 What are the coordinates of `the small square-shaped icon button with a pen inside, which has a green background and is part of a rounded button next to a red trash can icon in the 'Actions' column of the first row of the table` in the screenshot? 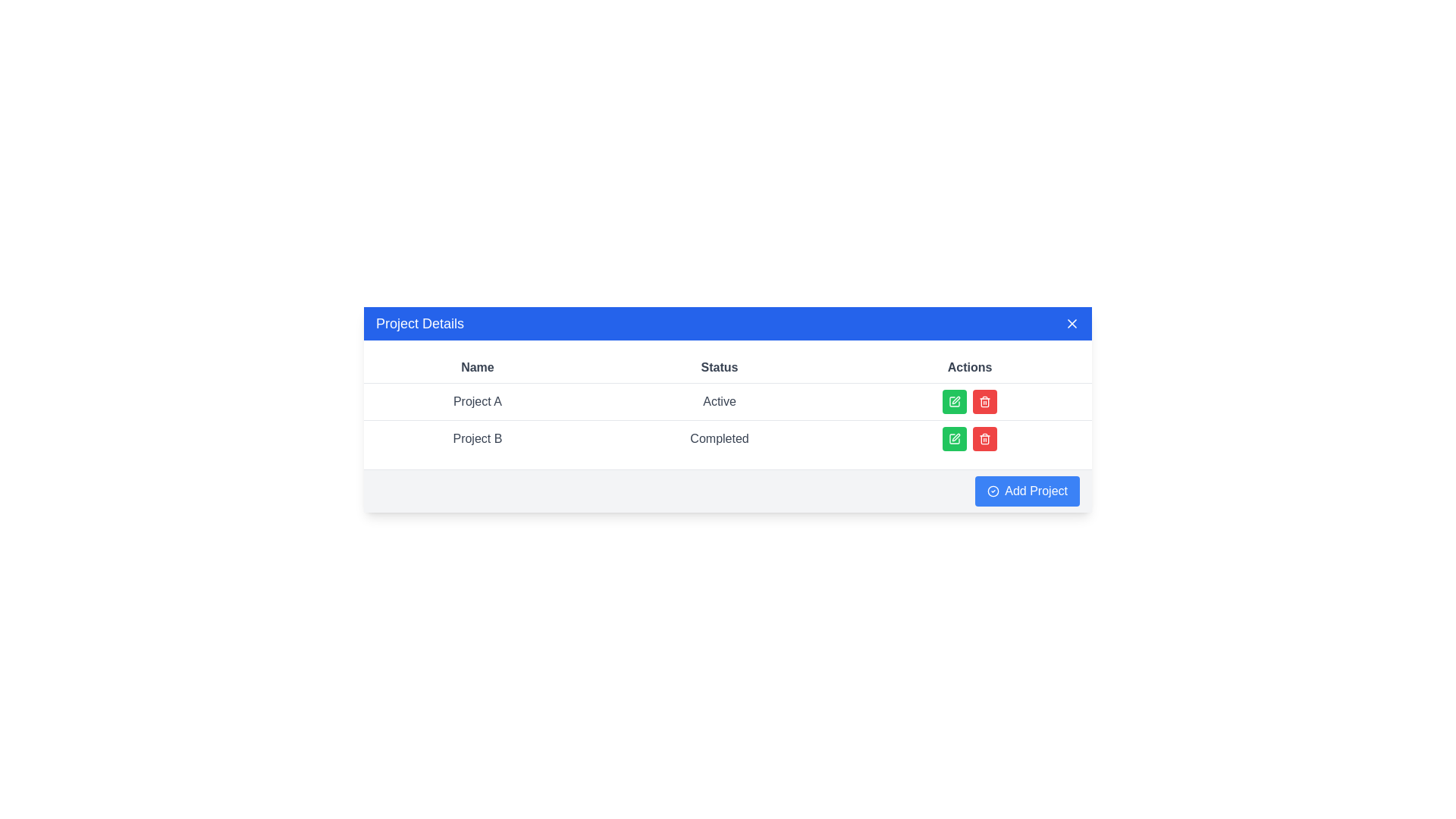 It's located at (954, 401).